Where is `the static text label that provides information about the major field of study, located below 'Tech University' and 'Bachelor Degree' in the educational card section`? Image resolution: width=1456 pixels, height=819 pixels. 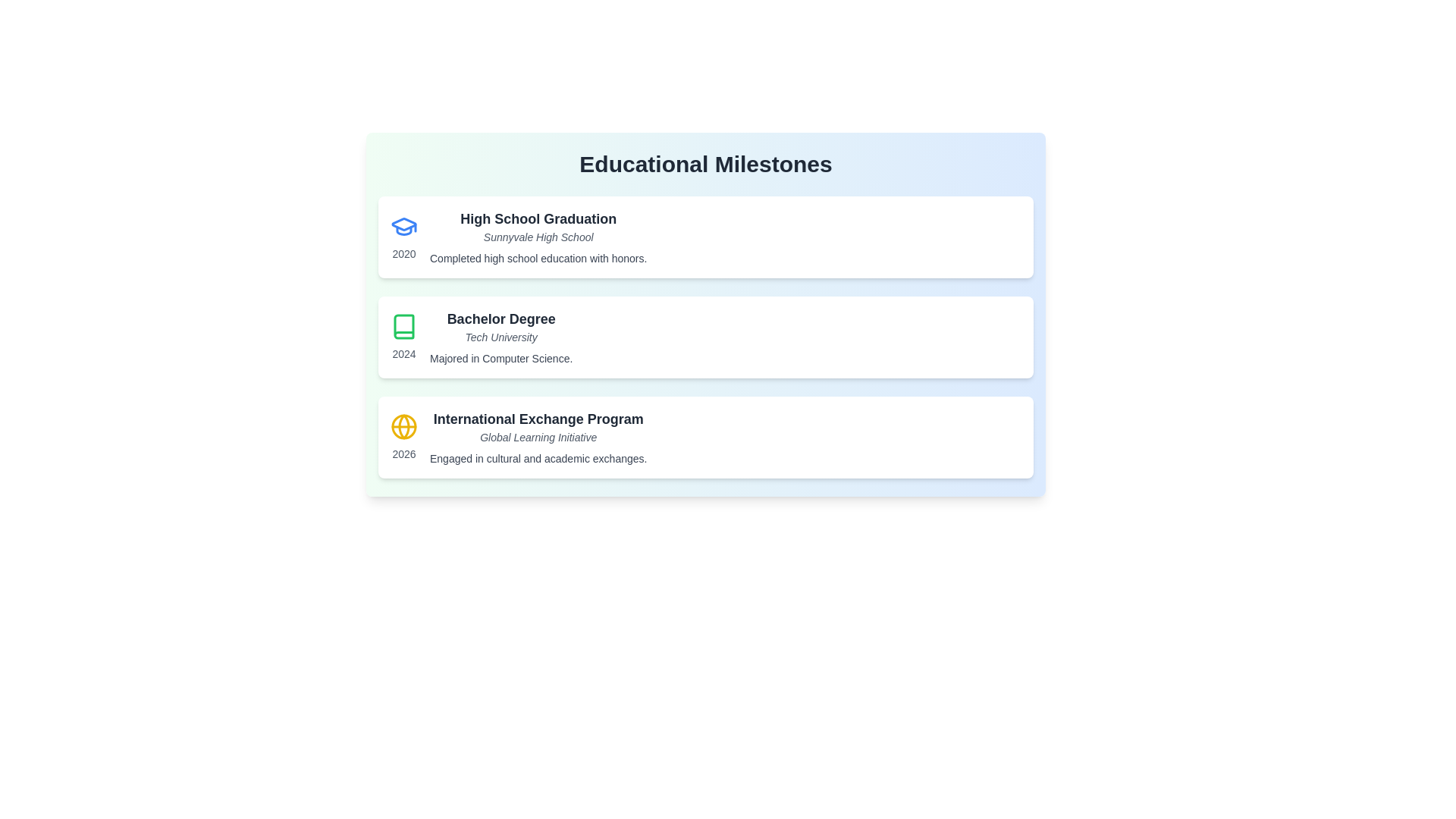
the static text label that provides information about the major field of study, located below 'Tech University' and 'Bachelor Degree' in the educational card section is located at coordinates (501, 359).